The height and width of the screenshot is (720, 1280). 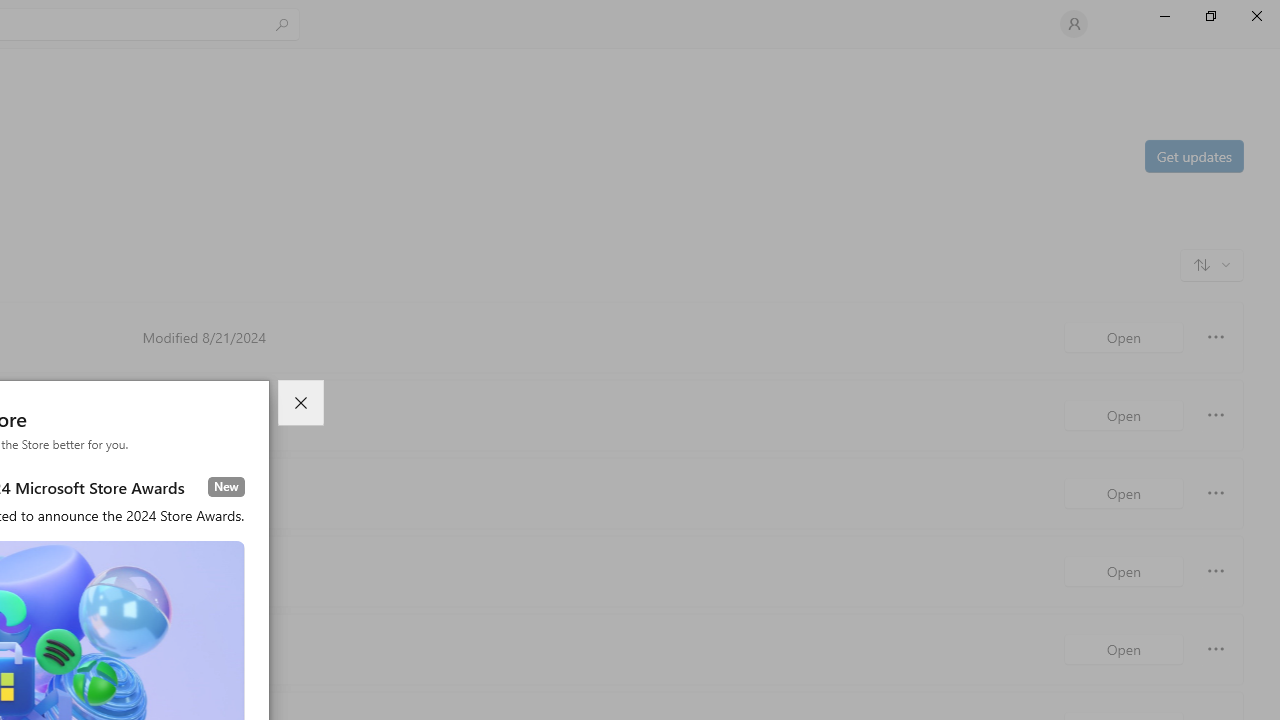 I want to click on 'User profile', so click(x=1072, y=24).